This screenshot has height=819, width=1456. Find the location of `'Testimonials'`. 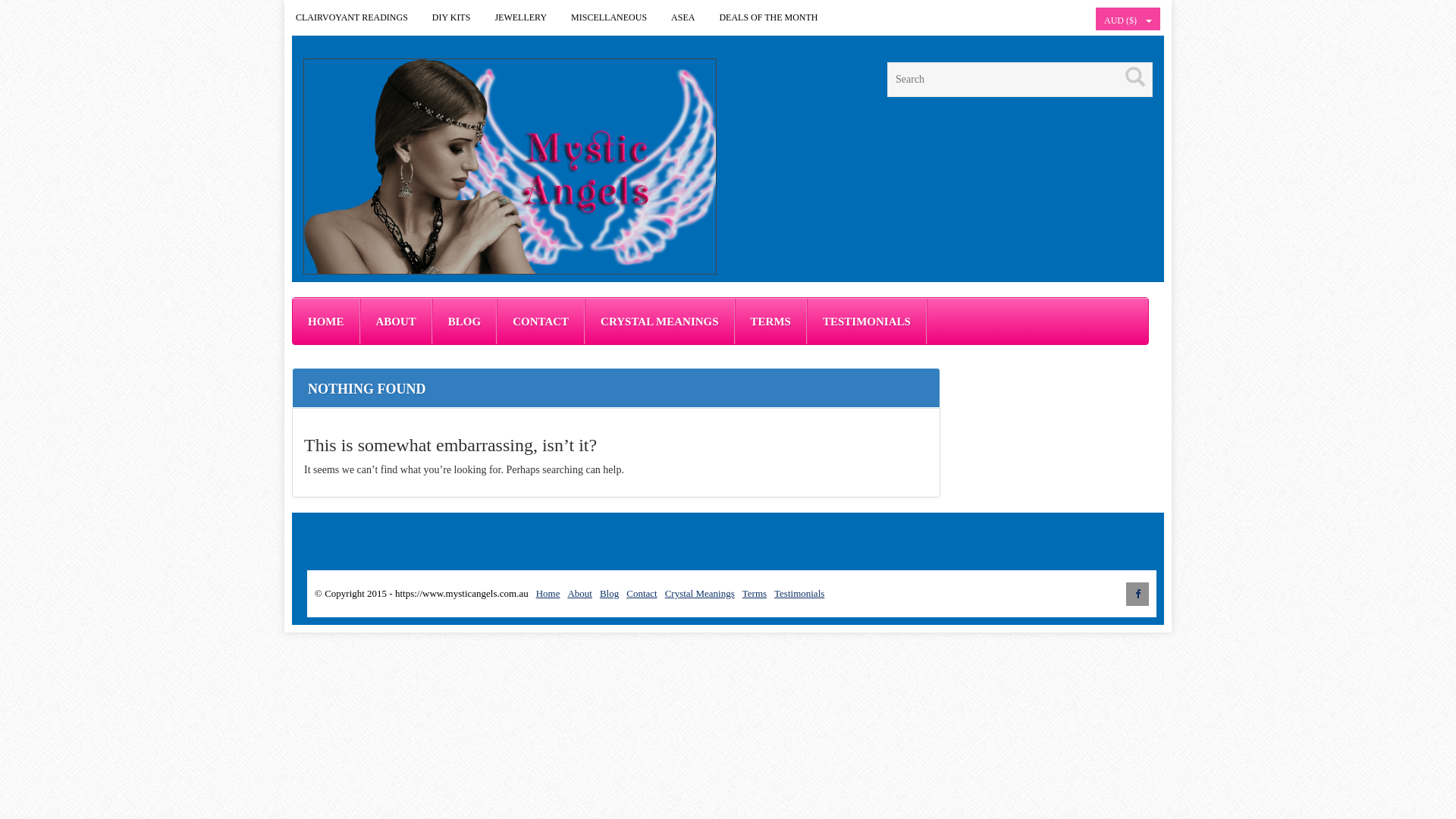

'Testimonials' is located at coordinates (799, 592).